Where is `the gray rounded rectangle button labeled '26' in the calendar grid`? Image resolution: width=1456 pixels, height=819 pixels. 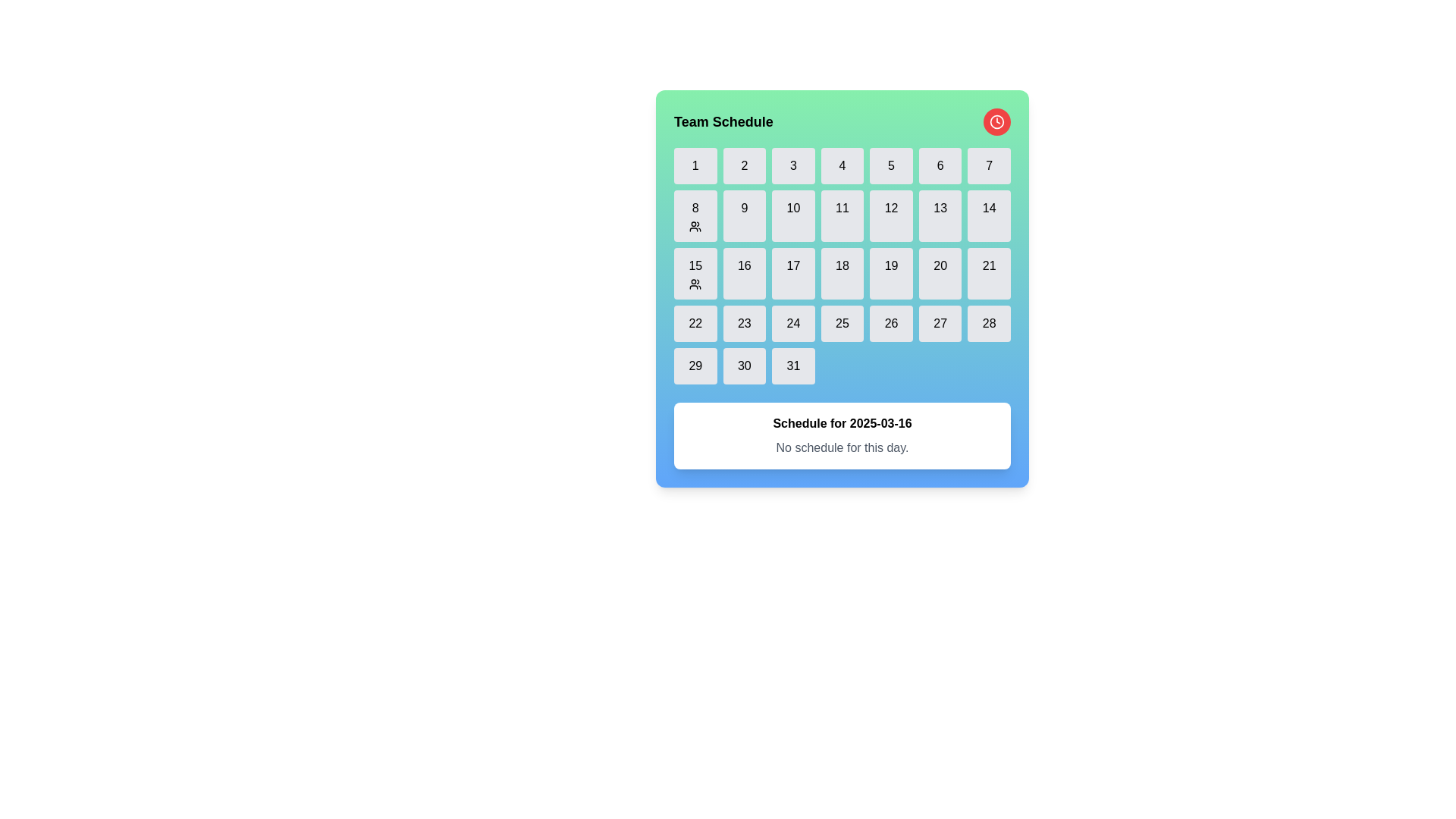
the gray rounded rectangle button labeled '26' in the calendar grid is located at coordinates (891, 323).